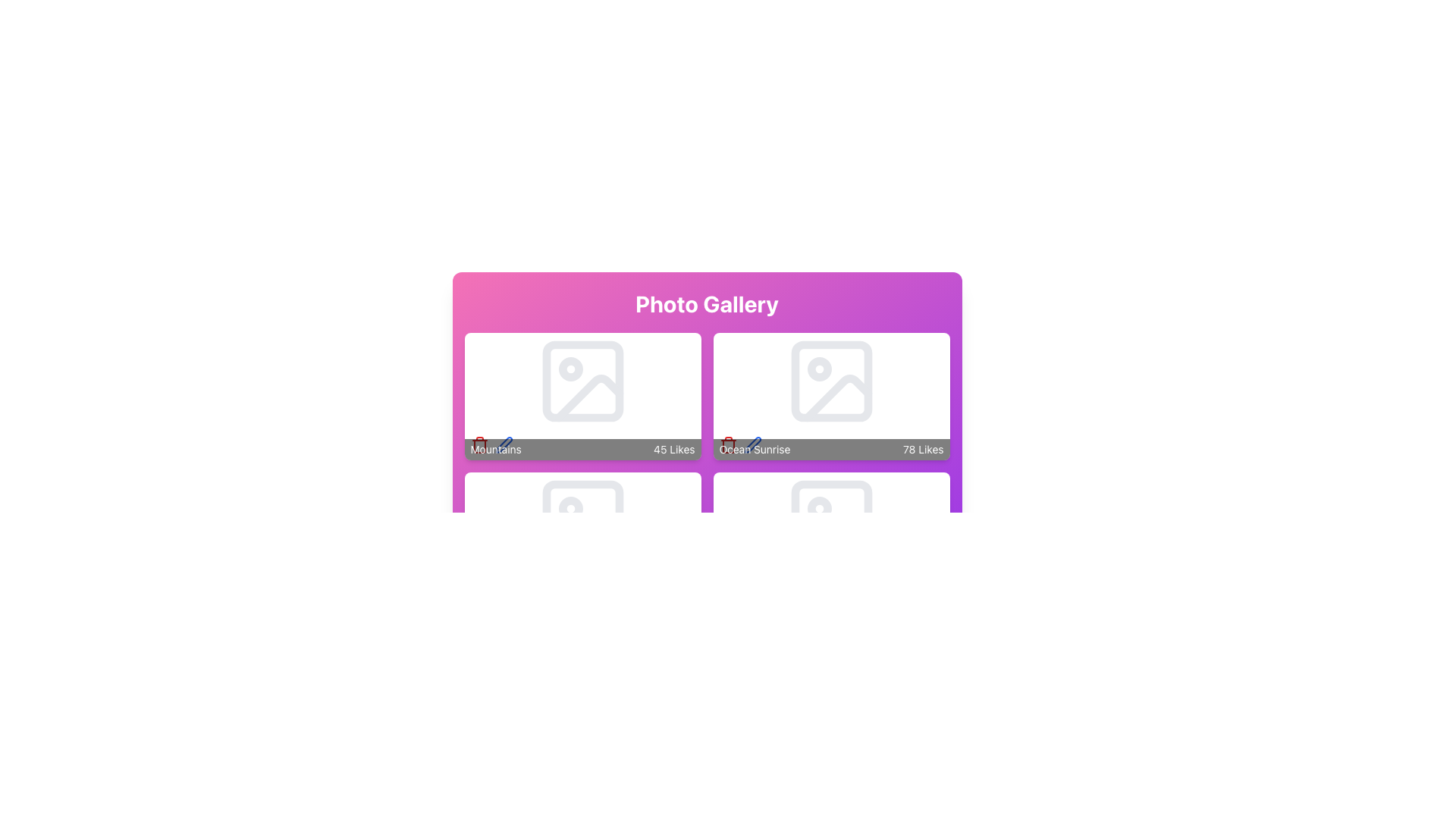  I want to click on the decorative or functional Vector graphics circle (SVG element) located near the bottom-right corner of the rectangle within the 'Photo Gallery' grid, so click(818, 509).